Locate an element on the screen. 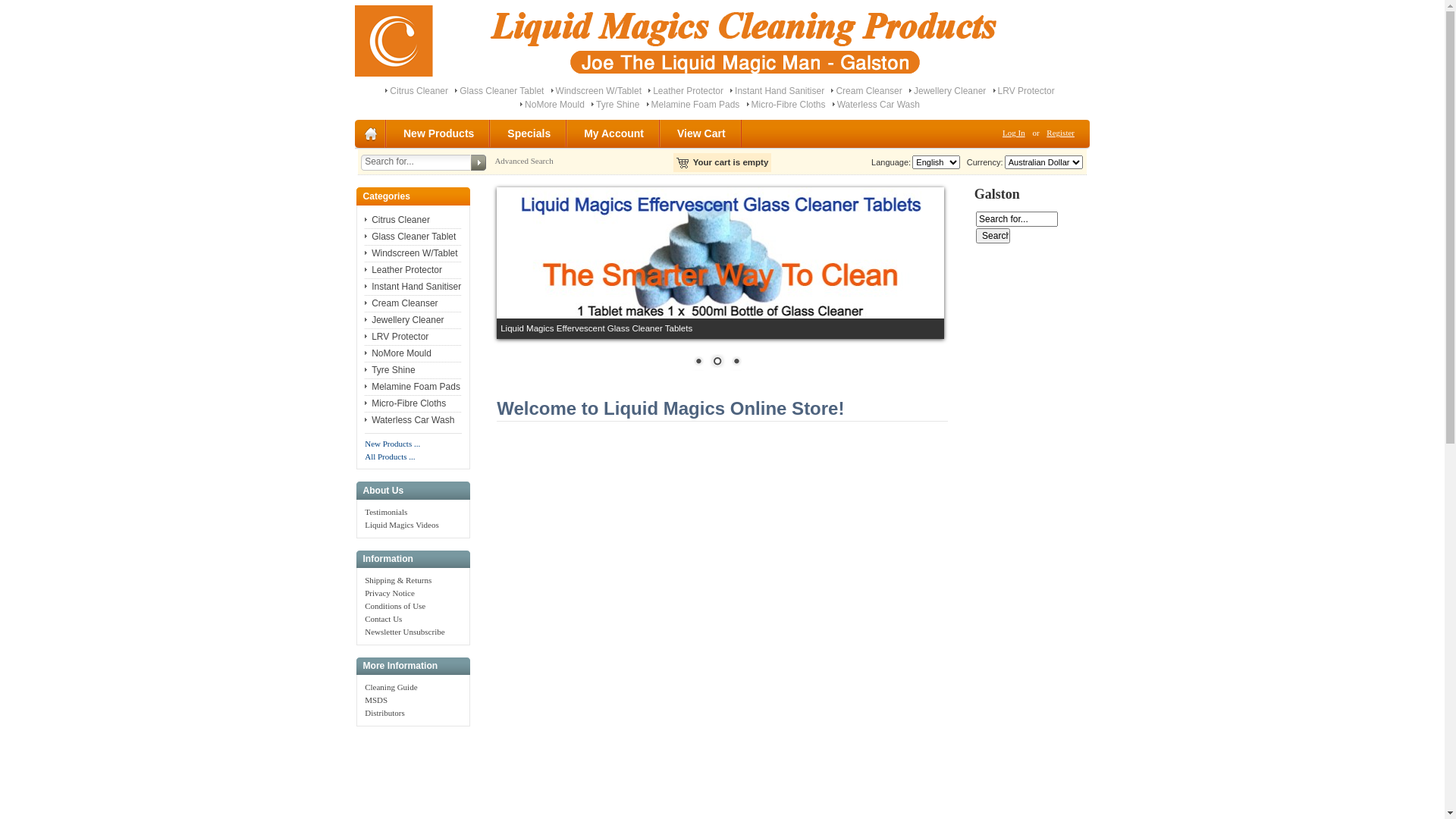 The width and height of the screenshot is (1456, 819). 'Newsletter Unsubscribe' is located at coordinates (404, 632).